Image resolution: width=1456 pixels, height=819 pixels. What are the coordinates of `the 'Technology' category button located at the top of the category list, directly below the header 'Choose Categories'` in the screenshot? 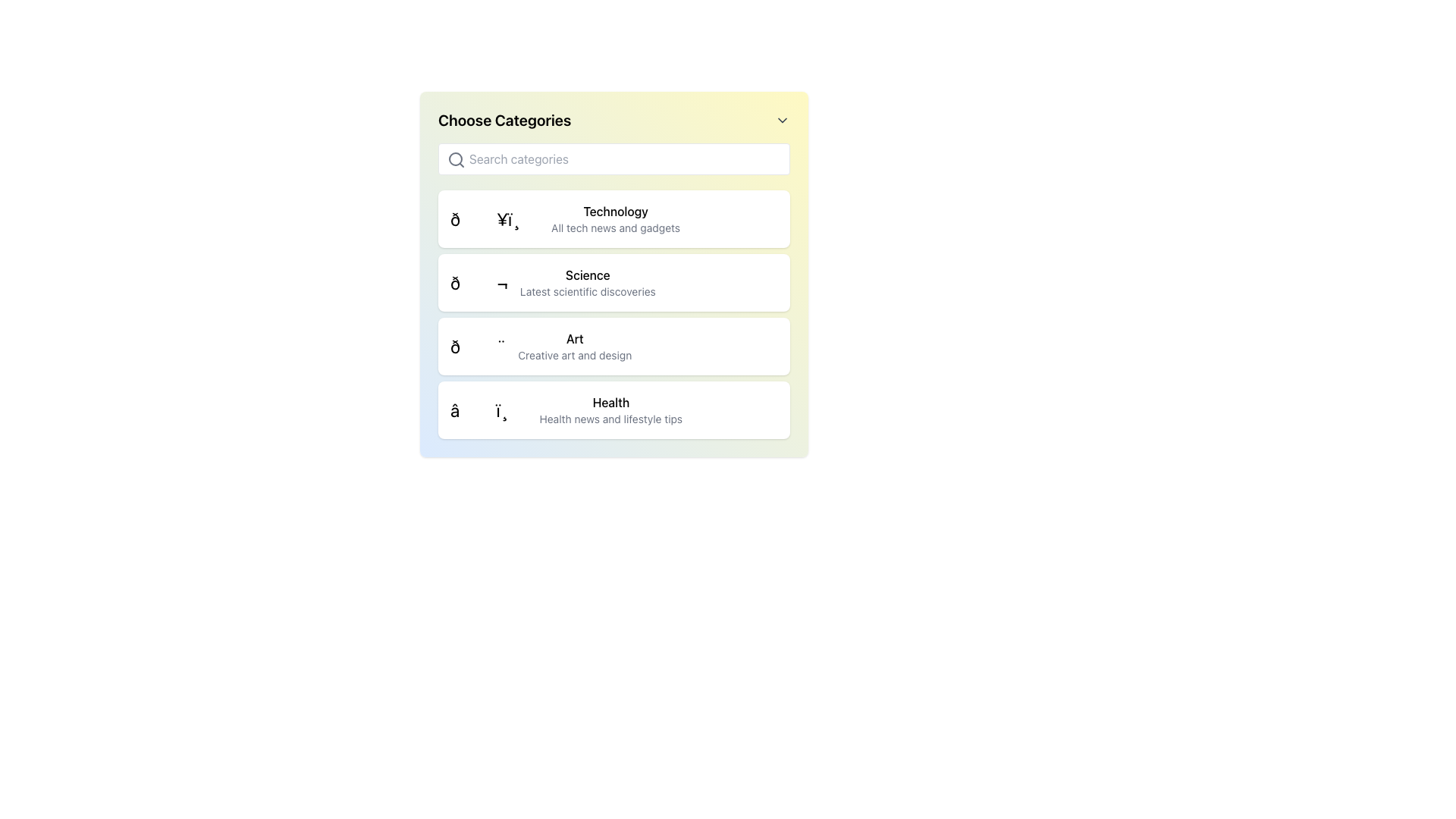 It's located at (614, 219).